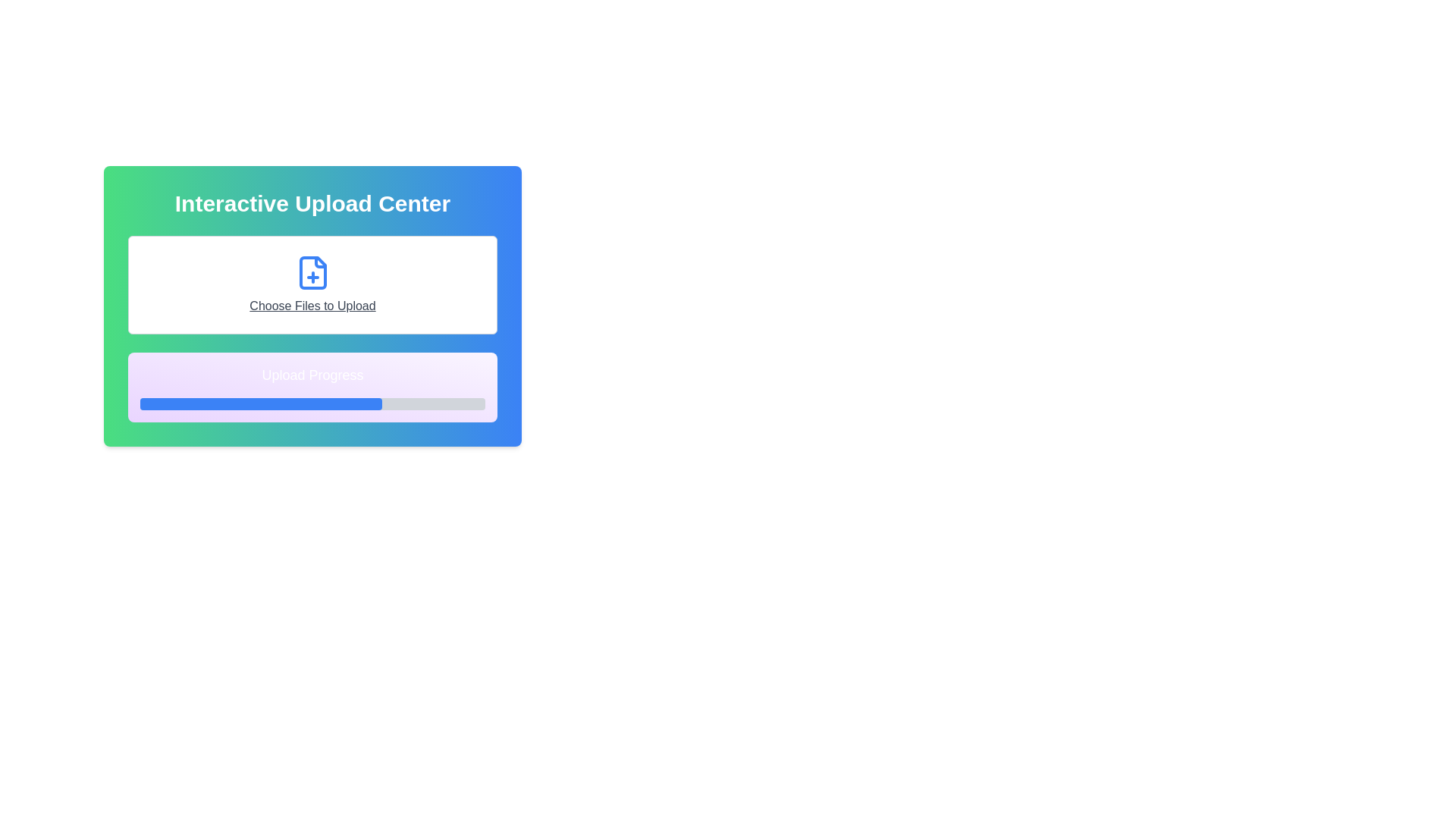  What do you see at coordinates (312, 386) in the screenshot?
I see `the progress visually of the Progress indicator located at the bottom of the 'Interactive Upload Center' section, beneath the 'Choose Files to Upload' section` at bounding box center [312, 386].